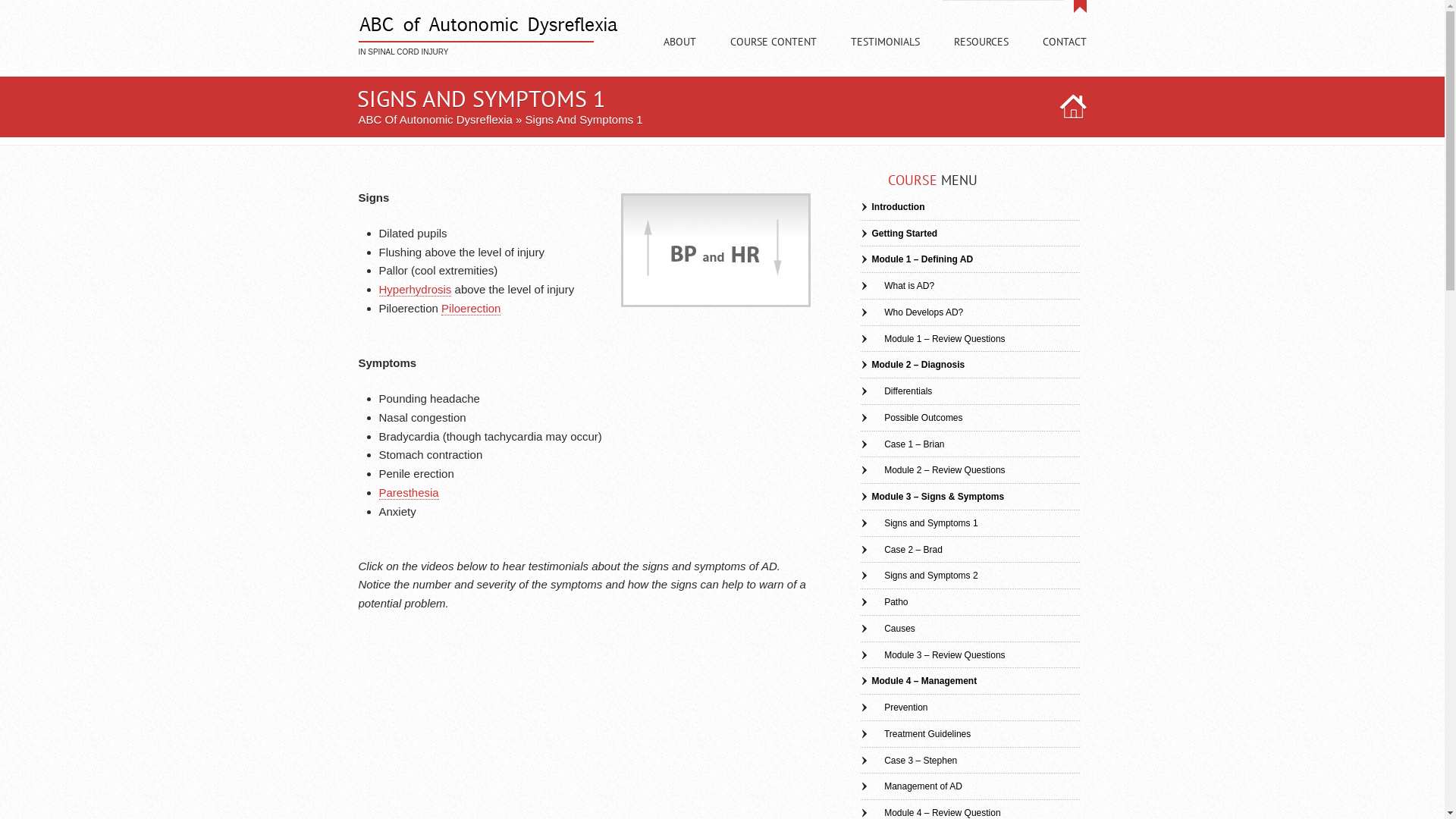 The height and width of the screenshot is (819, 1456). I want to click on '     Management of AD', so click(859, 786).